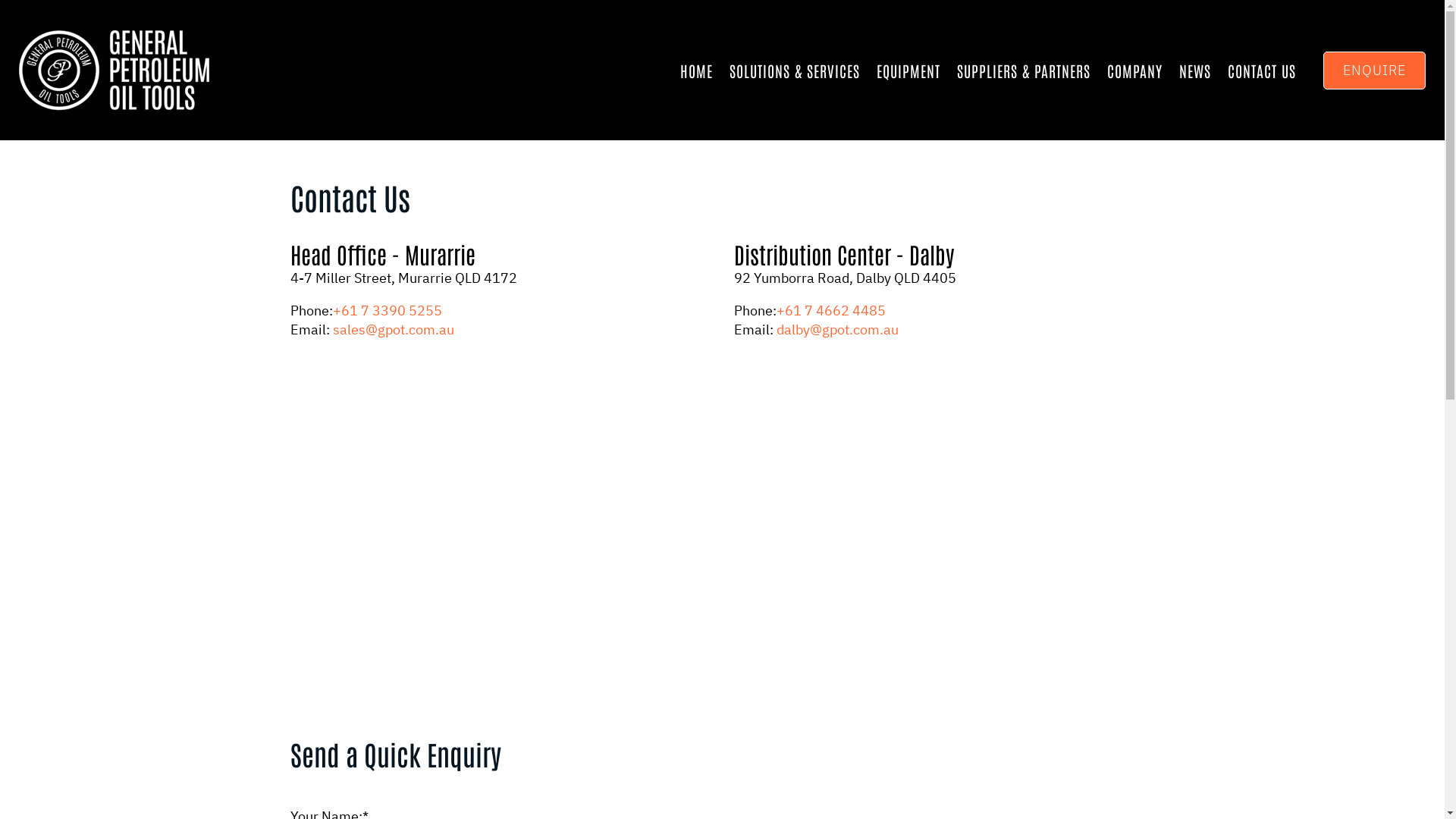  What do you see at coordinates (1178, 70) in the screenshot?
I see `'NEWS'` at bounding box center [1178, 70].